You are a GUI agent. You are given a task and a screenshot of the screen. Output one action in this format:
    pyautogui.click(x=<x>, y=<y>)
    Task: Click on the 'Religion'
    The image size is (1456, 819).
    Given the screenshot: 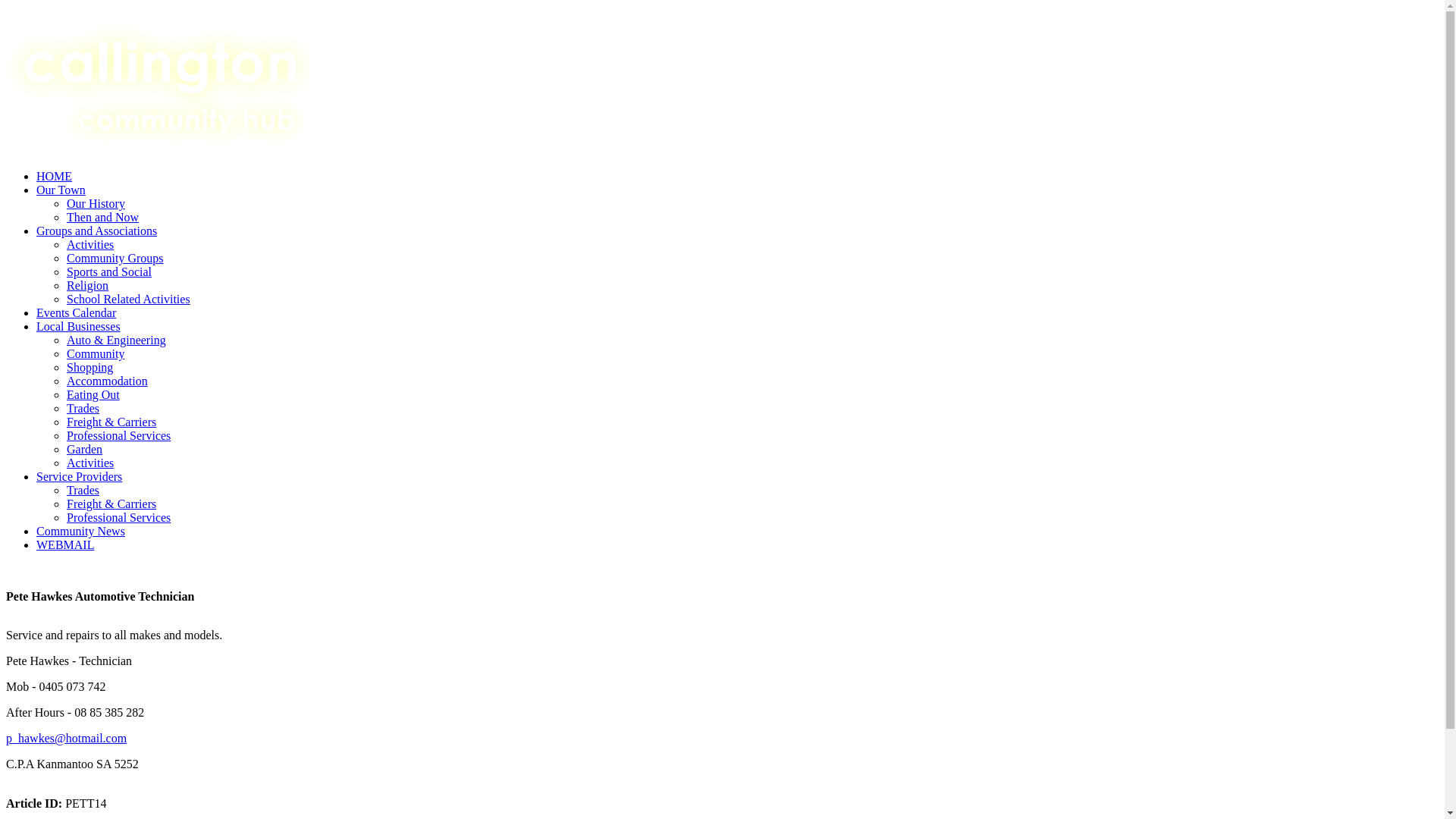 What is the action you would take?
    pyautogui.click(x=86, y=285)
    